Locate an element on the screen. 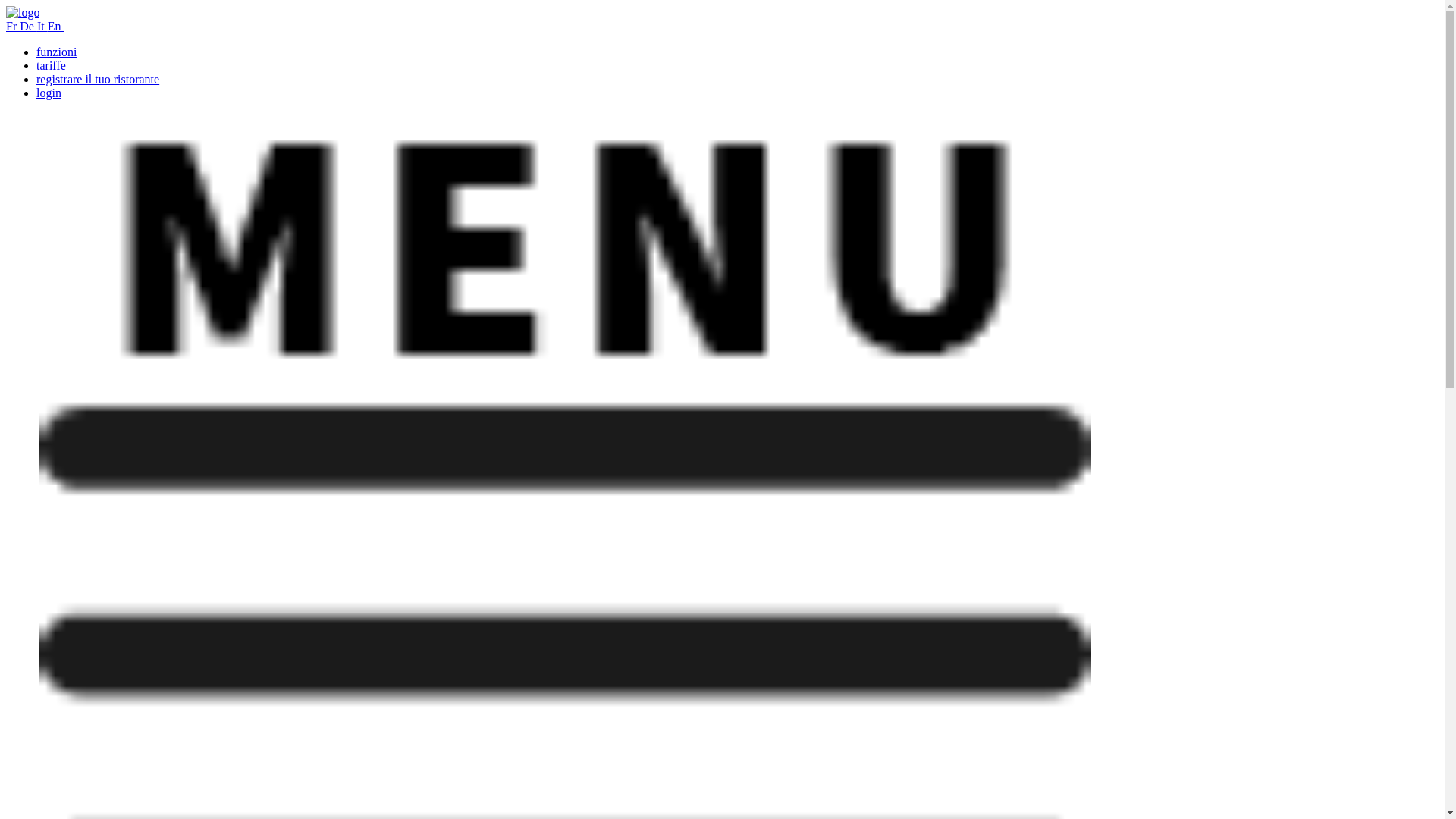 Image resolution: width=1456 pixels, height=819 pixels. 'tariffe' is located at coordinates (51, 64).